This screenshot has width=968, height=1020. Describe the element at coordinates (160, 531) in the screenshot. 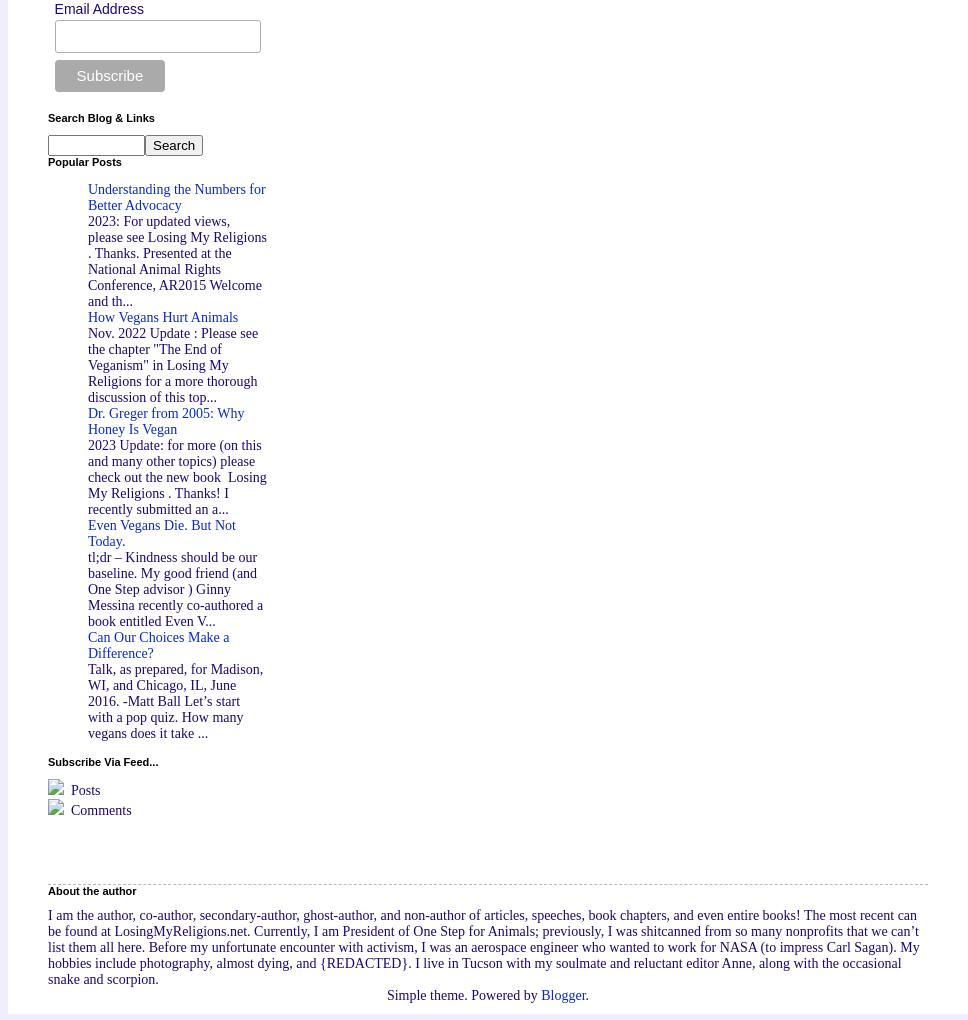

I see `'Even Vegans Die. But Not Today.'` at that location.